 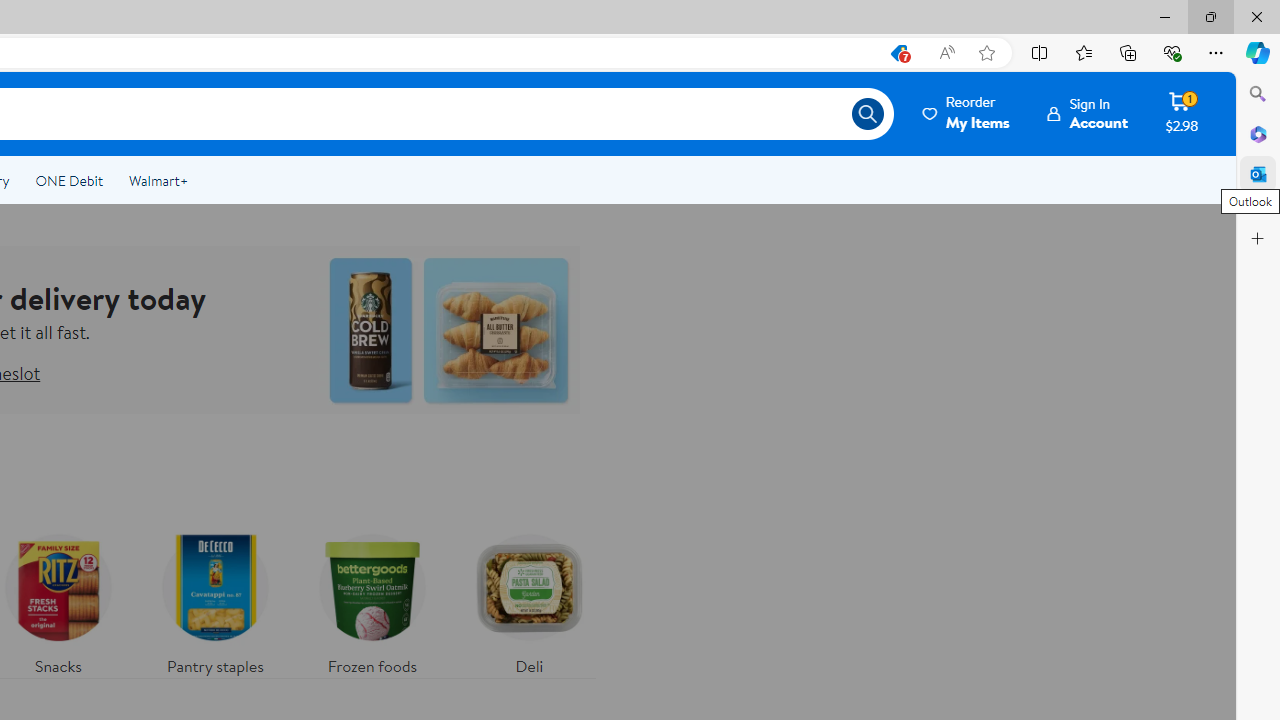 I want to click on 'Frozen foods', so click(x=371, y=598).